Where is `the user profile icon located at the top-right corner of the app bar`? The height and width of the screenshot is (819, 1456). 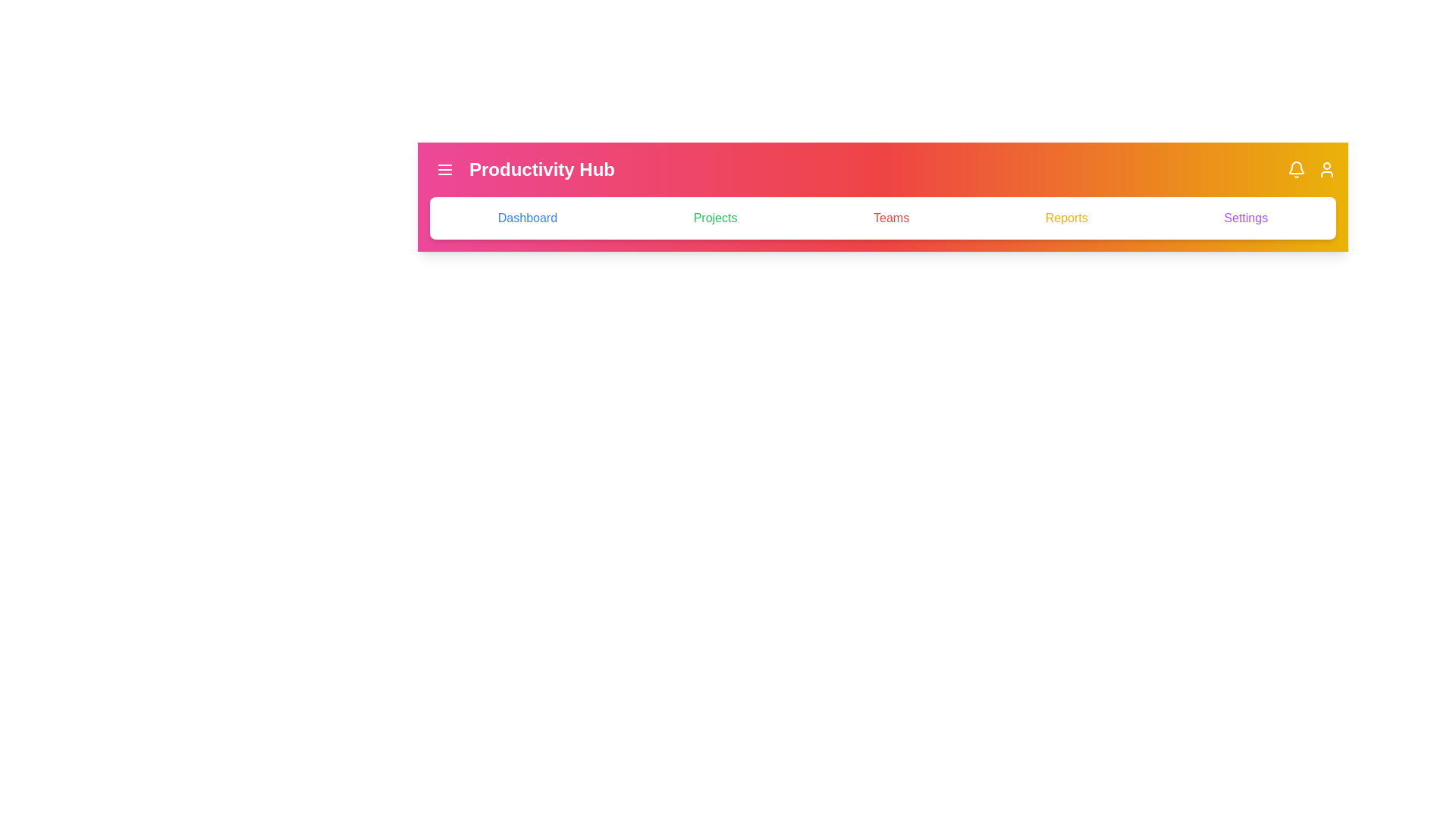 the user profile icon located at the top-right corner of the app bar is located at coordinates (1326, 169).